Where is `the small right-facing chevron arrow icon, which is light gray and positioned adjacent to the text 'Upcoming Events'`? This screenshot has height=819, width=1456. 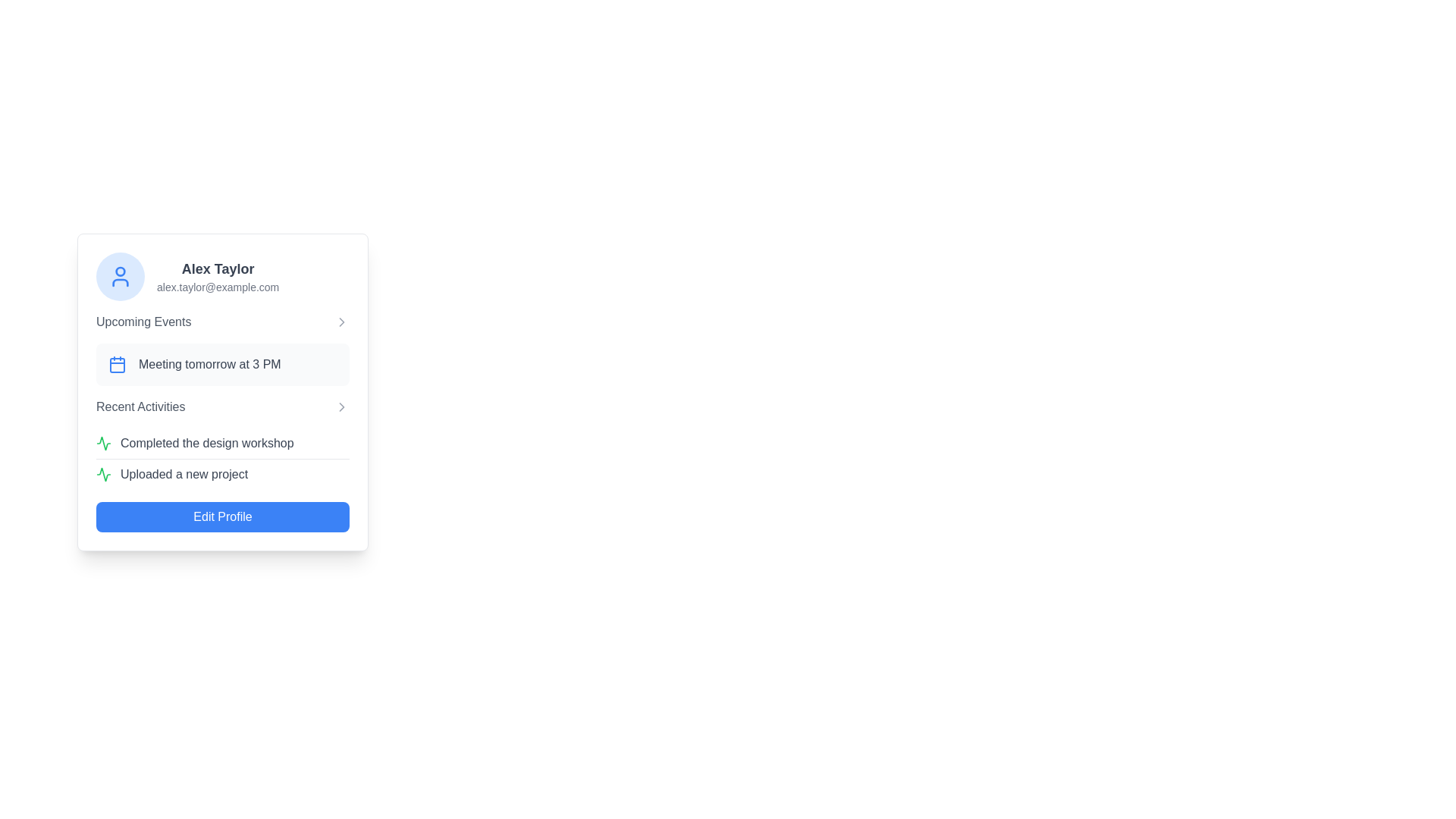
the small right-facing chevron arrow icon, which is light gray and positioned adjacent to the text 'Upcoming Events' is located at coordinates (341, 321).